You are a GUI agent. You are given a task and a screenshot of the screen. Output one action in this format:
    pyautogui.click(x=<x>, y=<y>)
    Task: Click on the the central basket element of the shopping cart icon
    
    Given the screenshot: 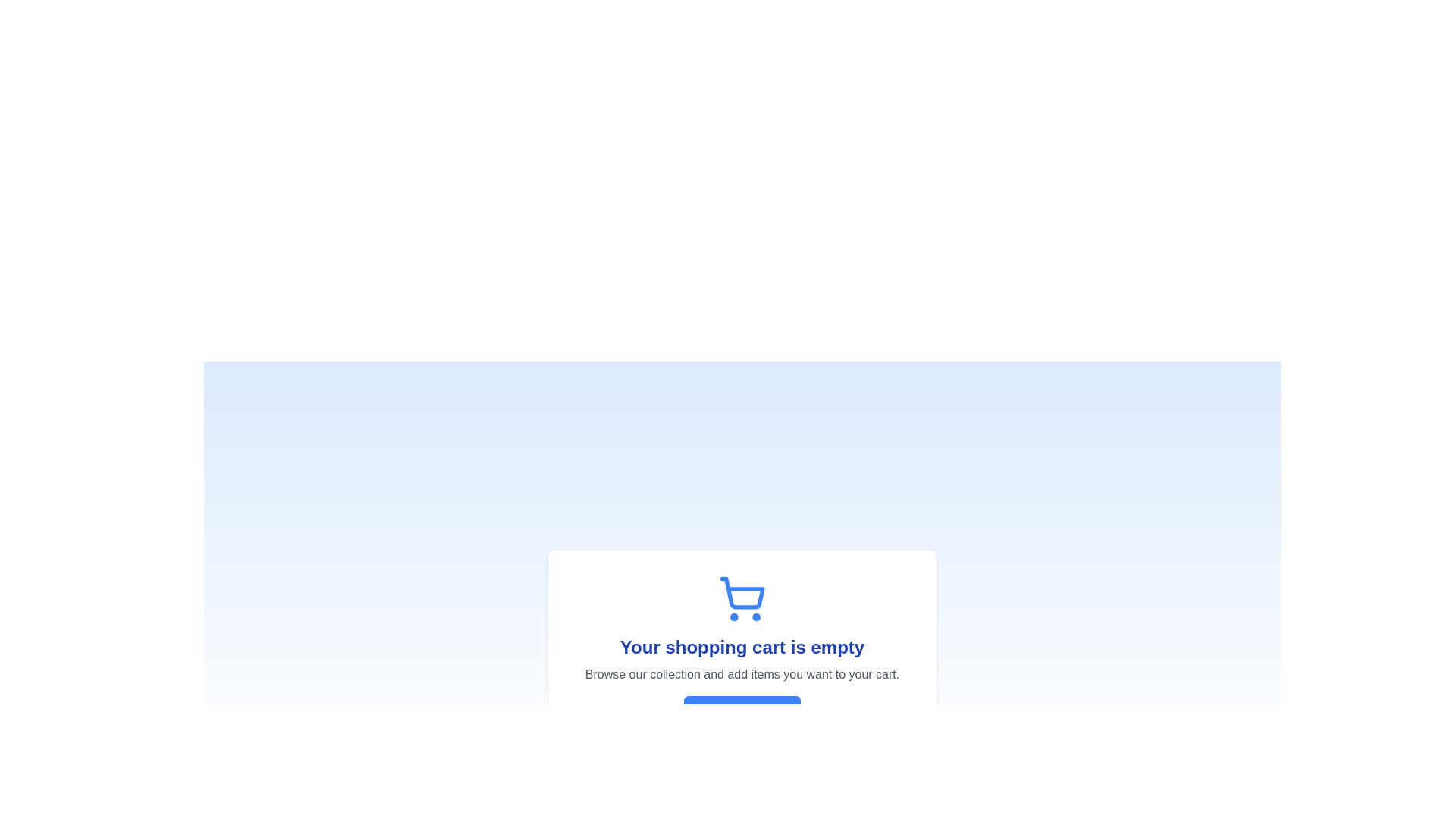 What is the action you would take?
    pyautogui.click(x=742, y=592)
    